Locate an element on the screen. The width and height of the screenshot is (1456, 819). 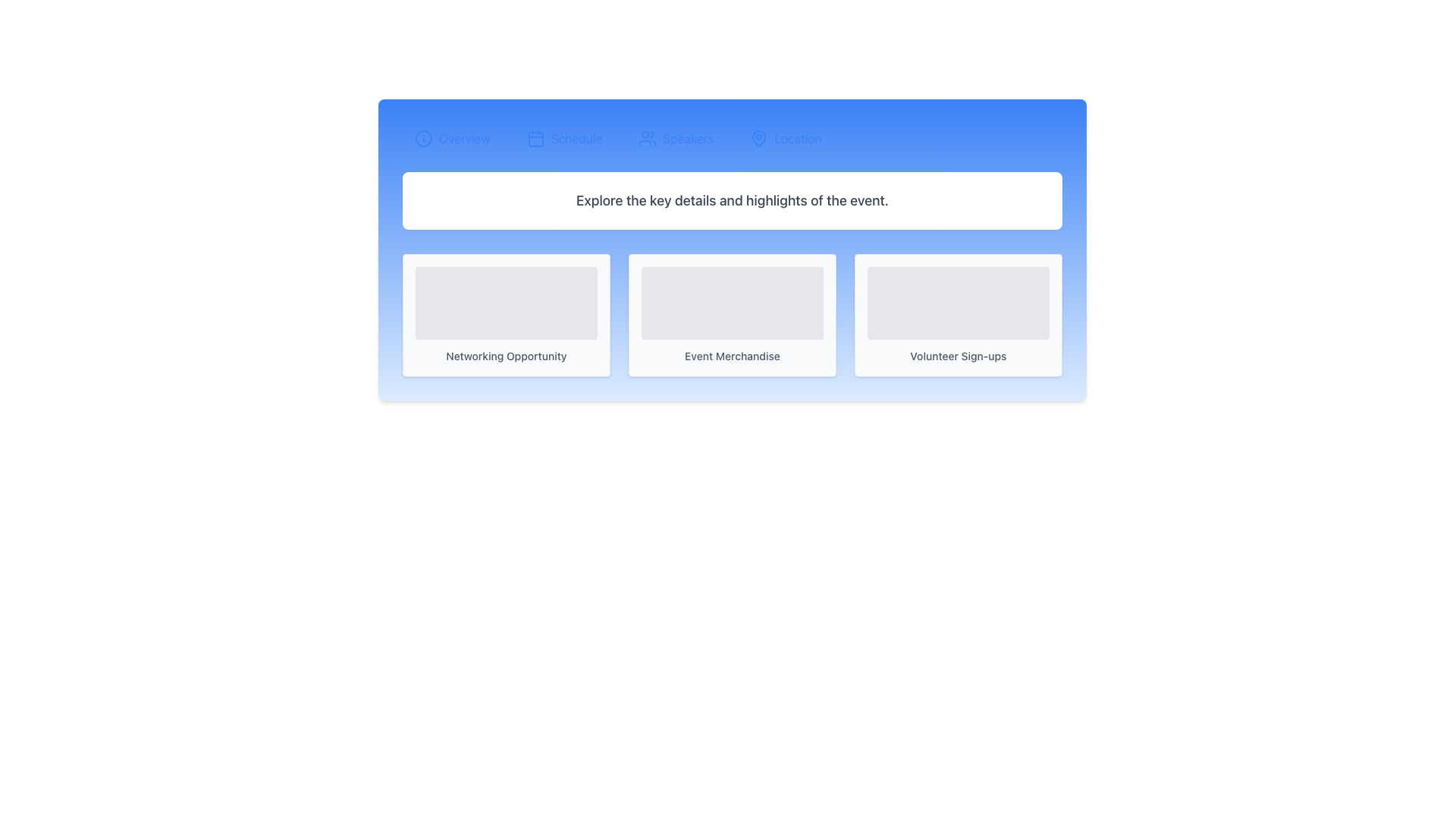
the Text Display element, which is a white, rounded rectangle providing contextual information, located below a blue gradient header and above three horizontally-aligned cards is located at coordinates (732, 200).